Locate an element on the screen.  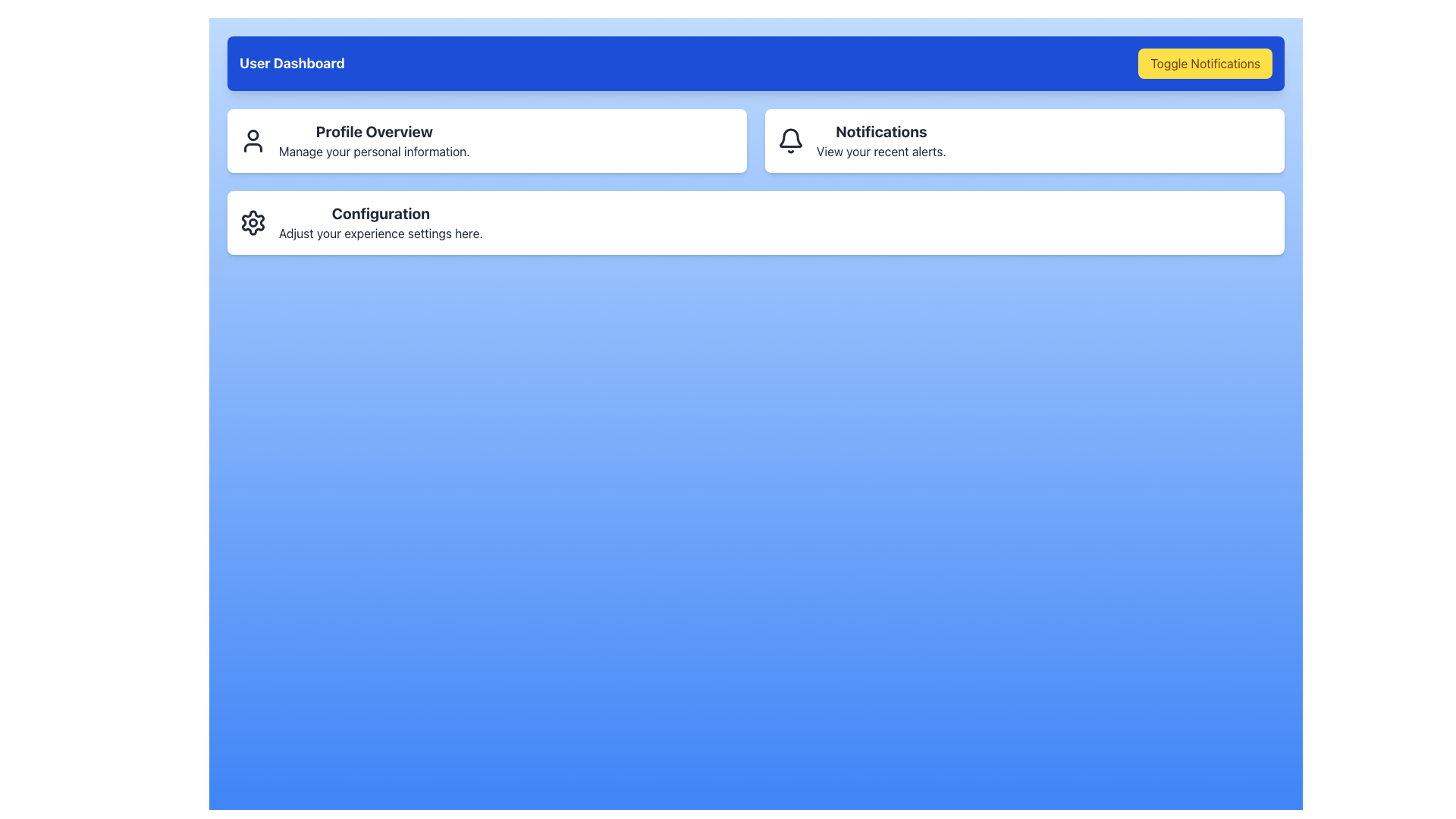
the 'Configuration' icon located to the left of the text 'Adjust your experience settings here' in the settings section of the interface is located at coordinates (253, 222).